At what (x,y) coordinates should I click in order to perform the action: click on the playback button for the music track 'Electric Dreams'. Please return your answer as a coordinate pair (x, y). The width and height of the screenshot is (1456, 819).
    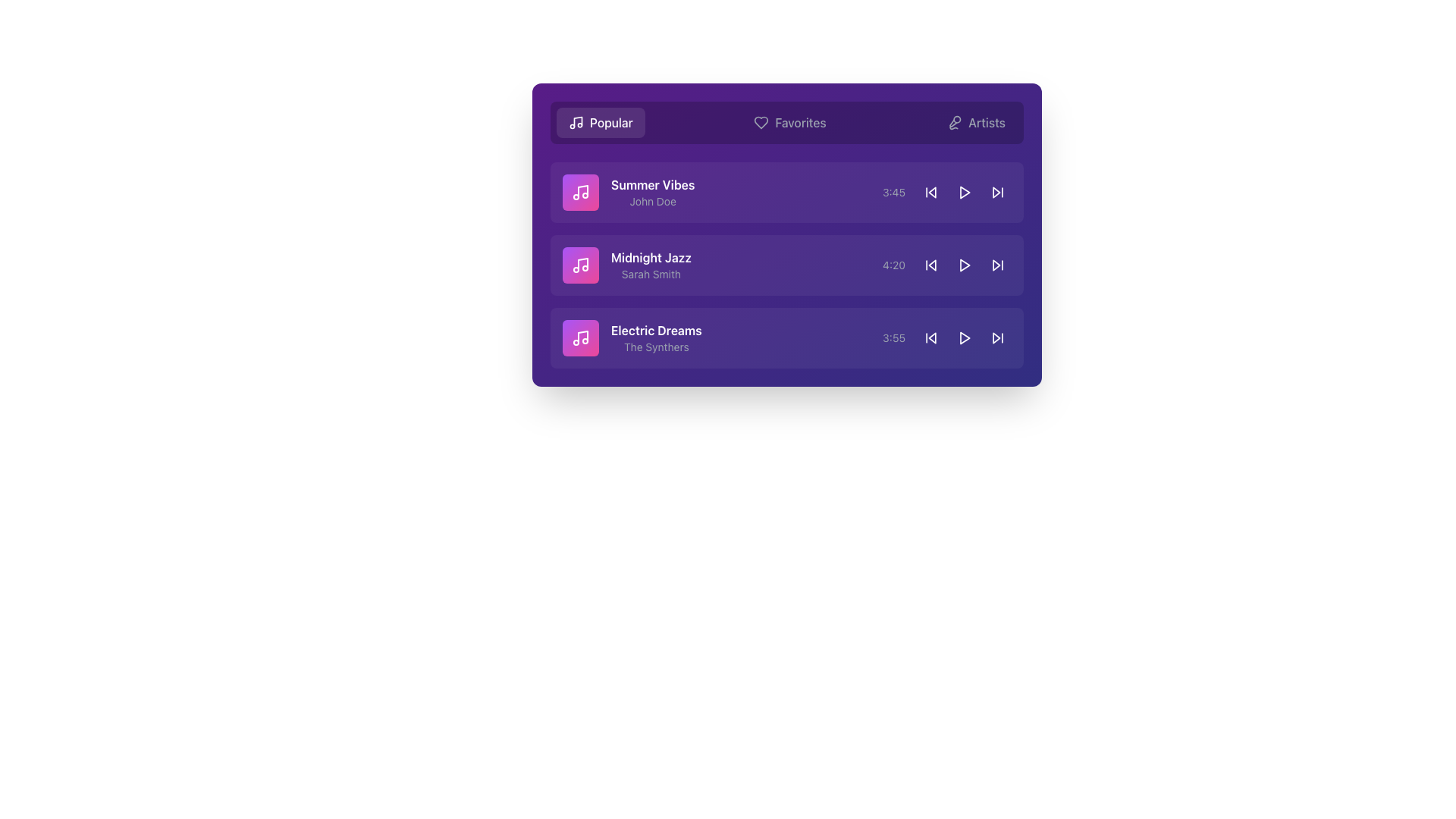
    Looking at the image, I should click on (964, 337).